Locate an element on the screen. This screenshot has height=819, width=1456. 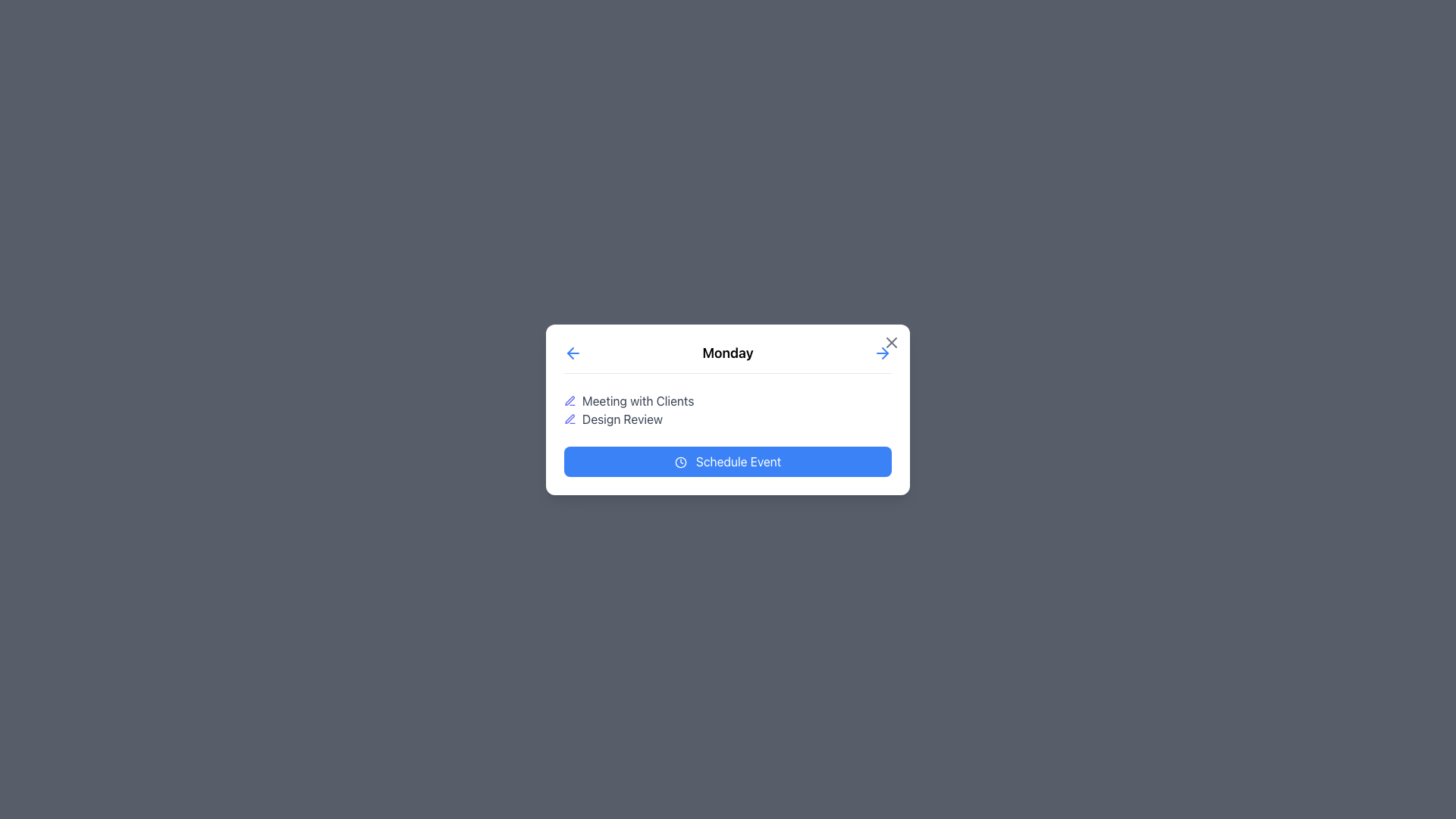
the text display that indicates the currently selected day in the navigation or scheduling interface is located at coordinates (728, 353).